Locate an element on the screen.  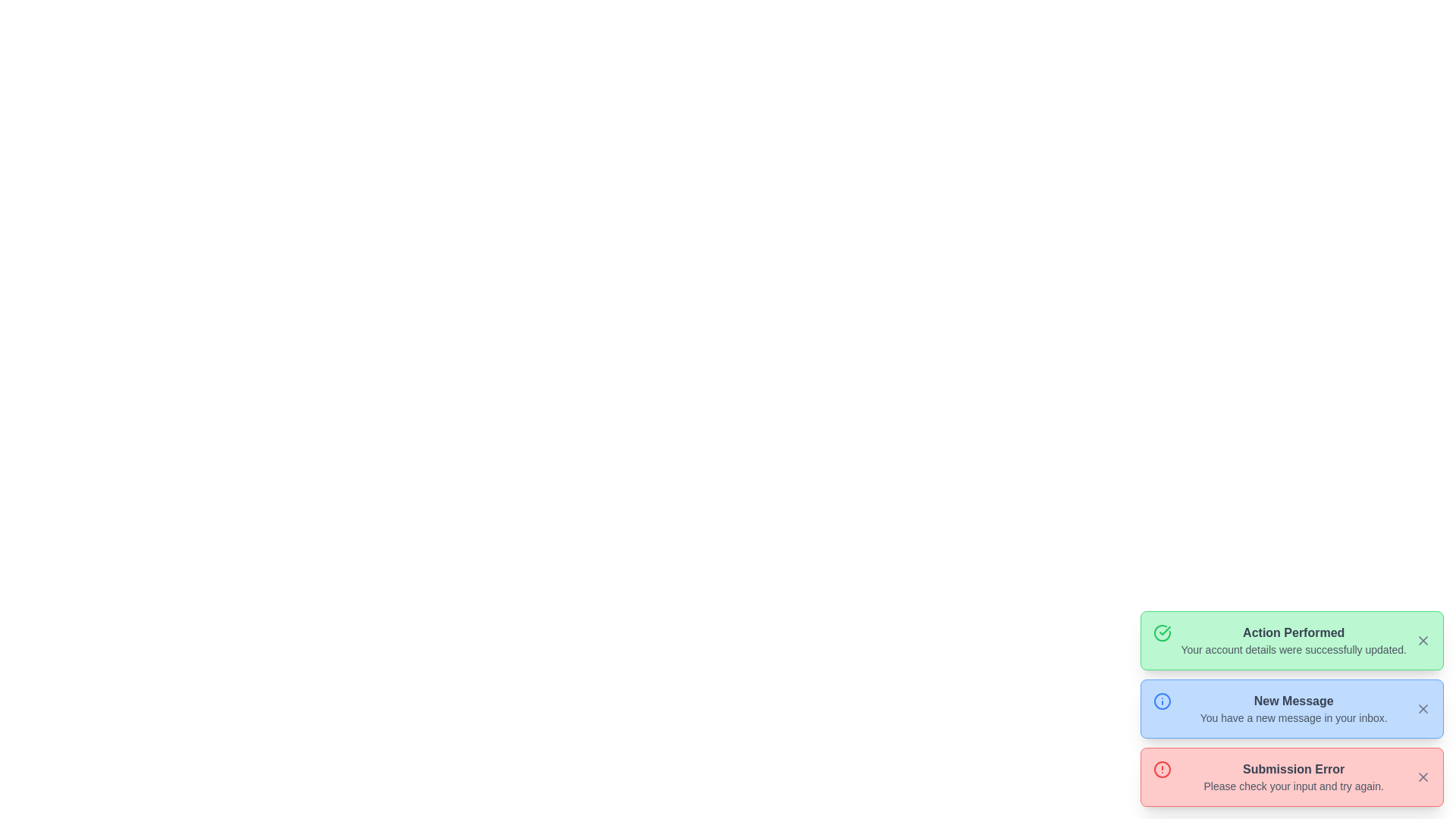
the dismiss button located at the far-right side of the 'Submission Error' message box to trigger tooltip or focus effects is located at coordinates (1422, 777).